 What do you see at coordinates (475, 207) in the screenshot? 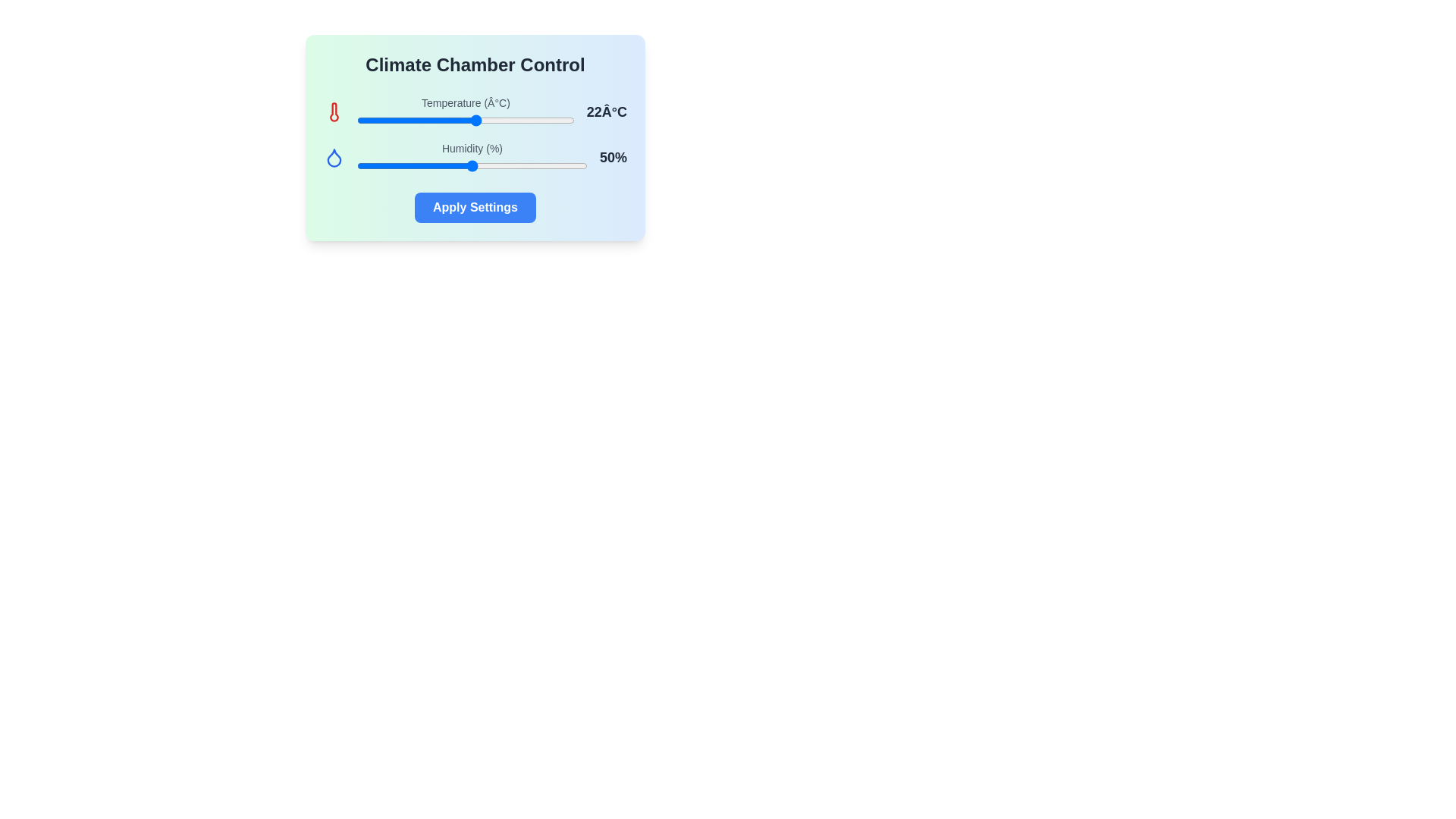
I see `the 'Apply Settings' button` at bounding box center [475, 207].